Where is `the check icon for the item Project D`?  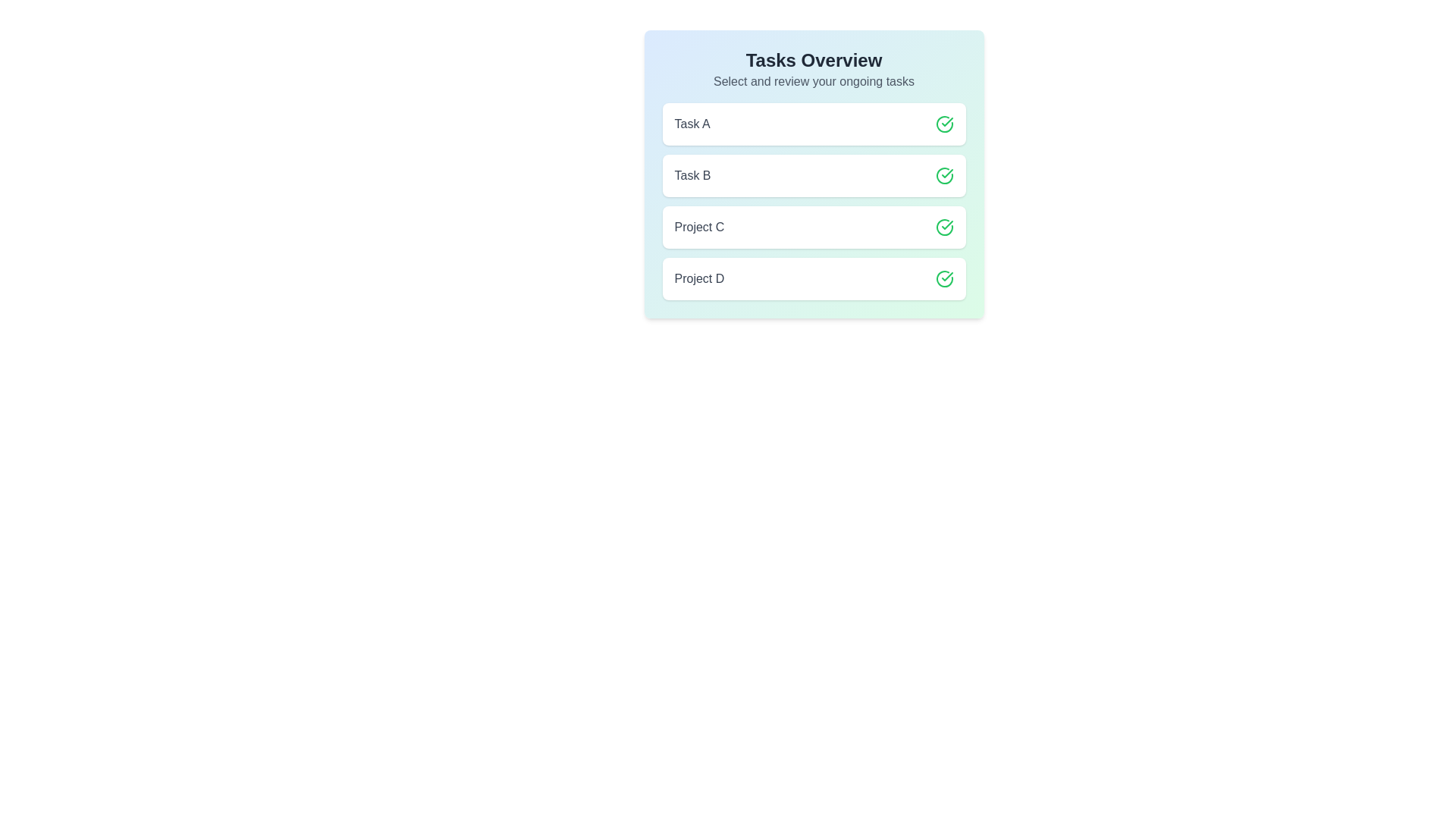
the check icon for the item Project D is located at coordinates (943, 278).